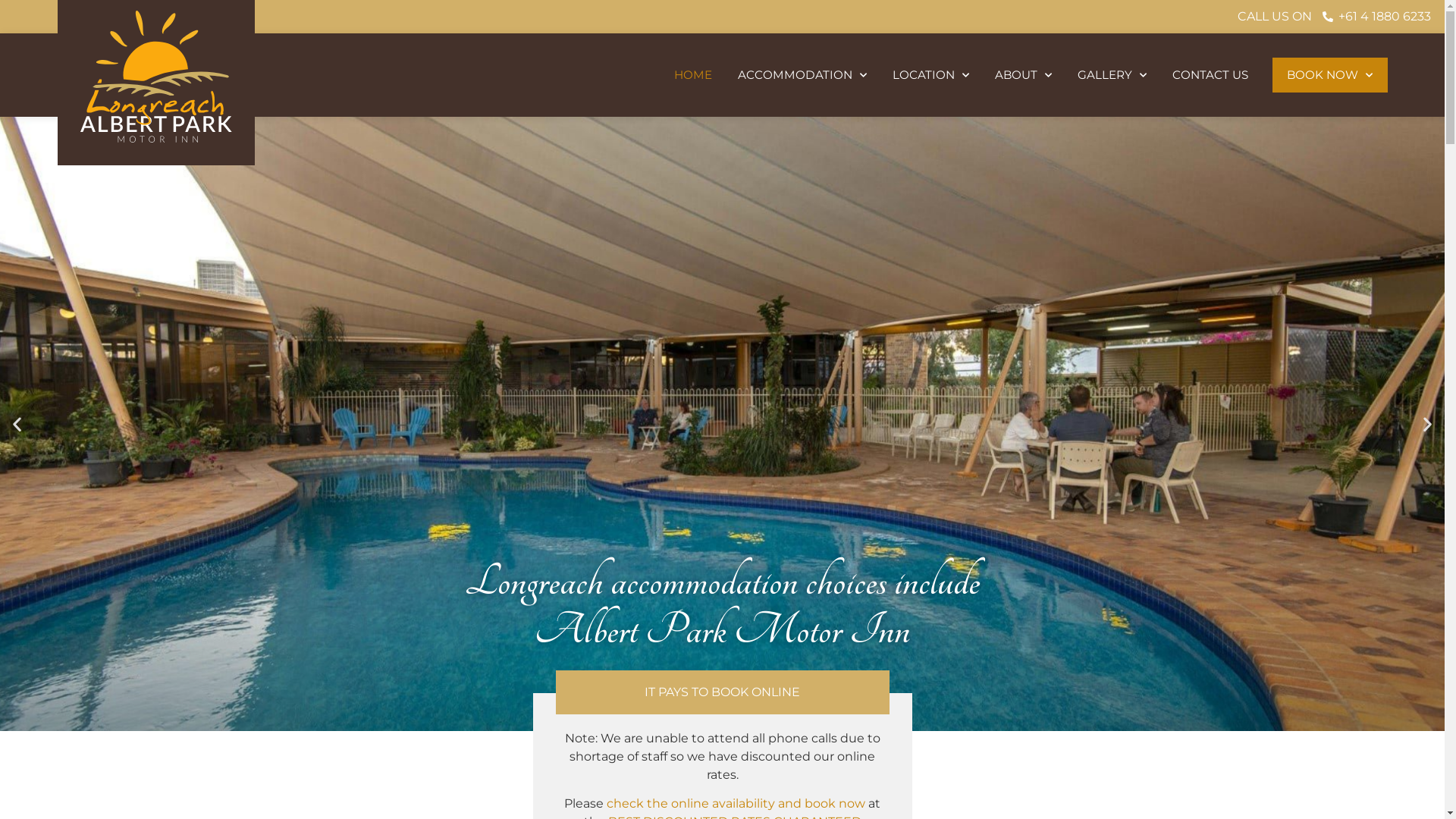  Describe the element at coordinates (930, 75) in the screenshot. I see `'LOCATION'` at that location.